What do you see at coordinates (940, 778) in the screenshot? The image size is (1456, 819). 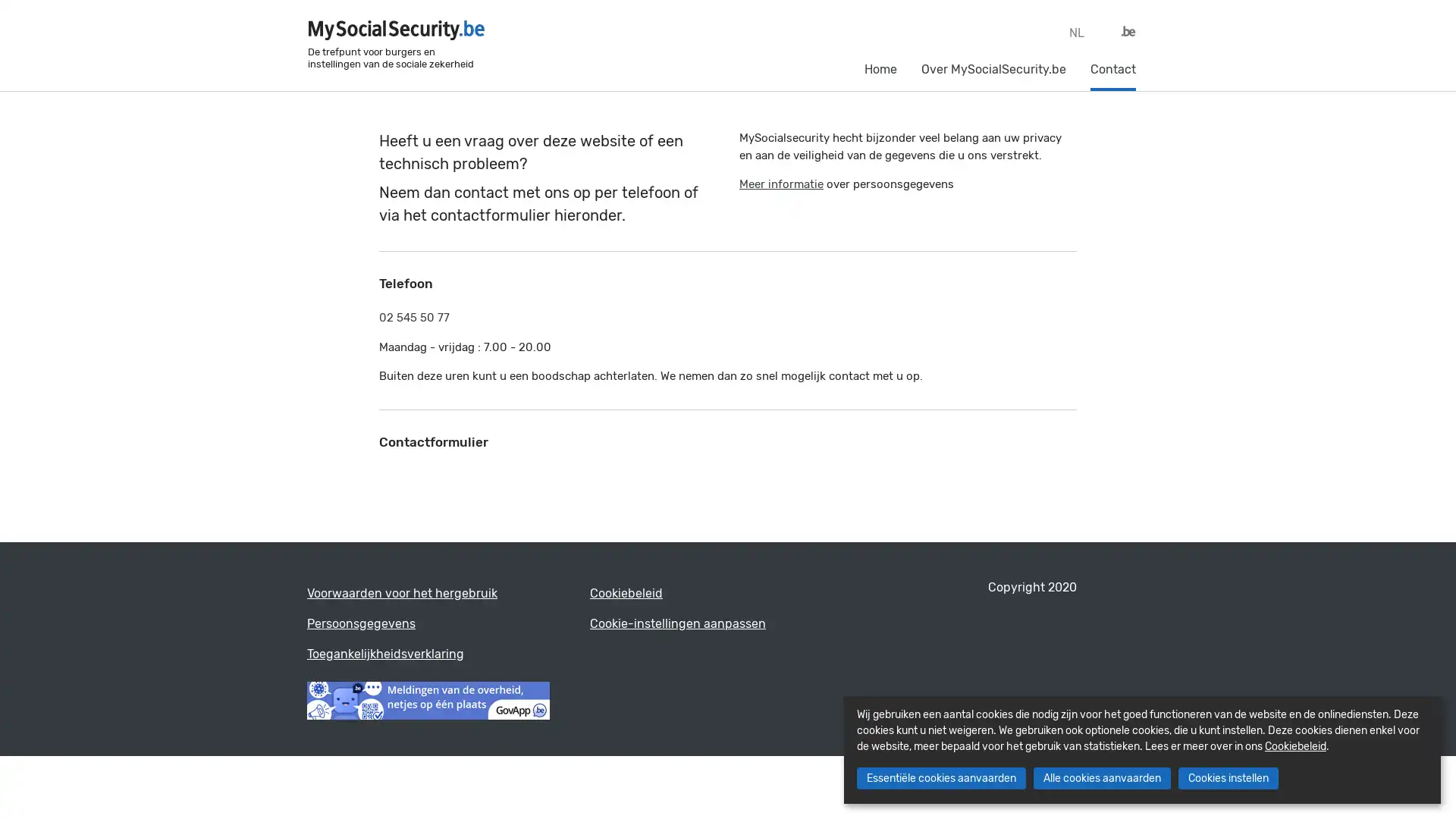 I see `Essentiele cookies aanvaarden` at bounding box center [940, 778].